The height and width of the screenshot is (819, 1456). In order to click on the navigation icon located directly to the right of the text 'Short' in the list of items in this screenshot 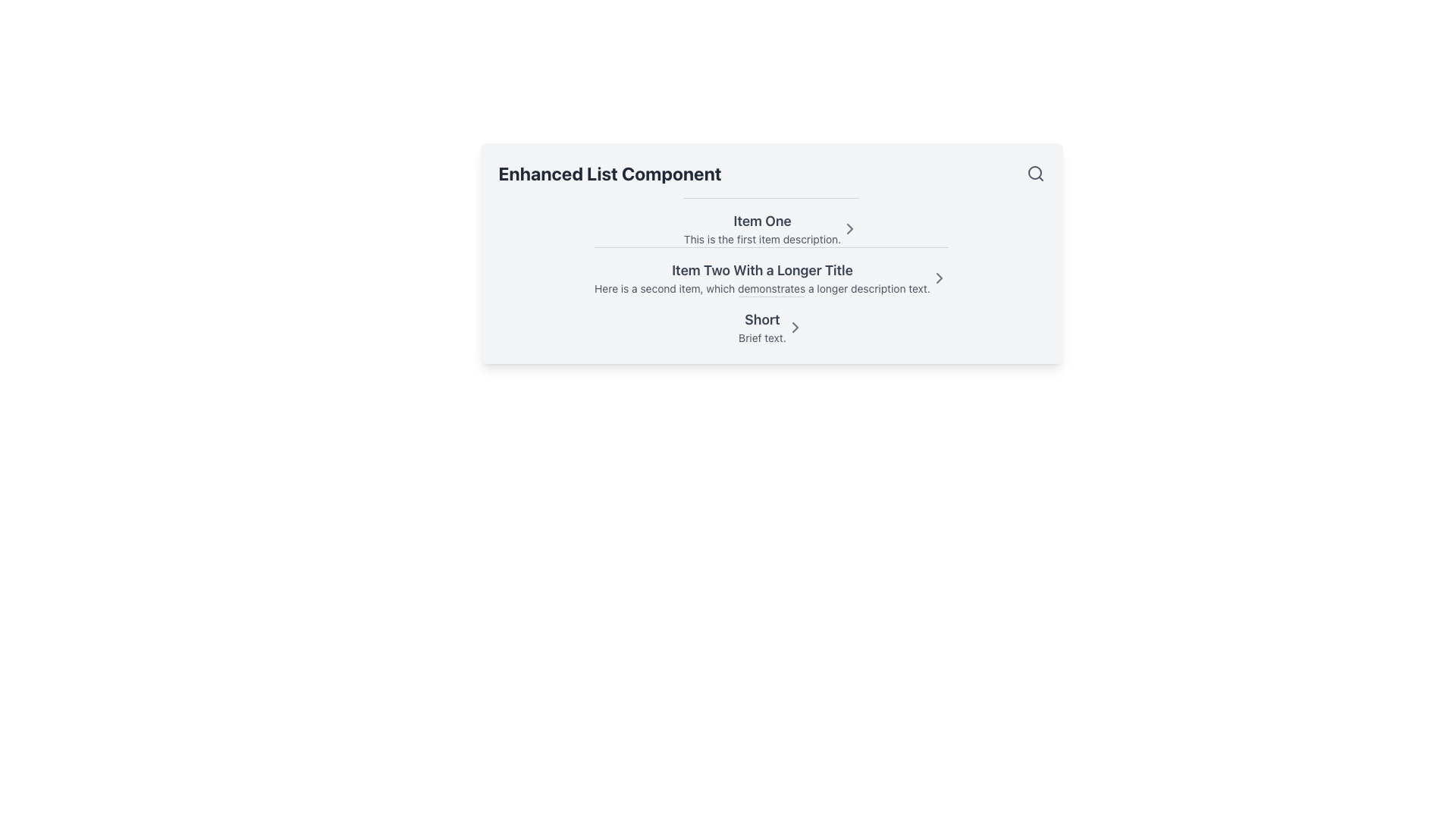, I will do `click(794, 327)`.